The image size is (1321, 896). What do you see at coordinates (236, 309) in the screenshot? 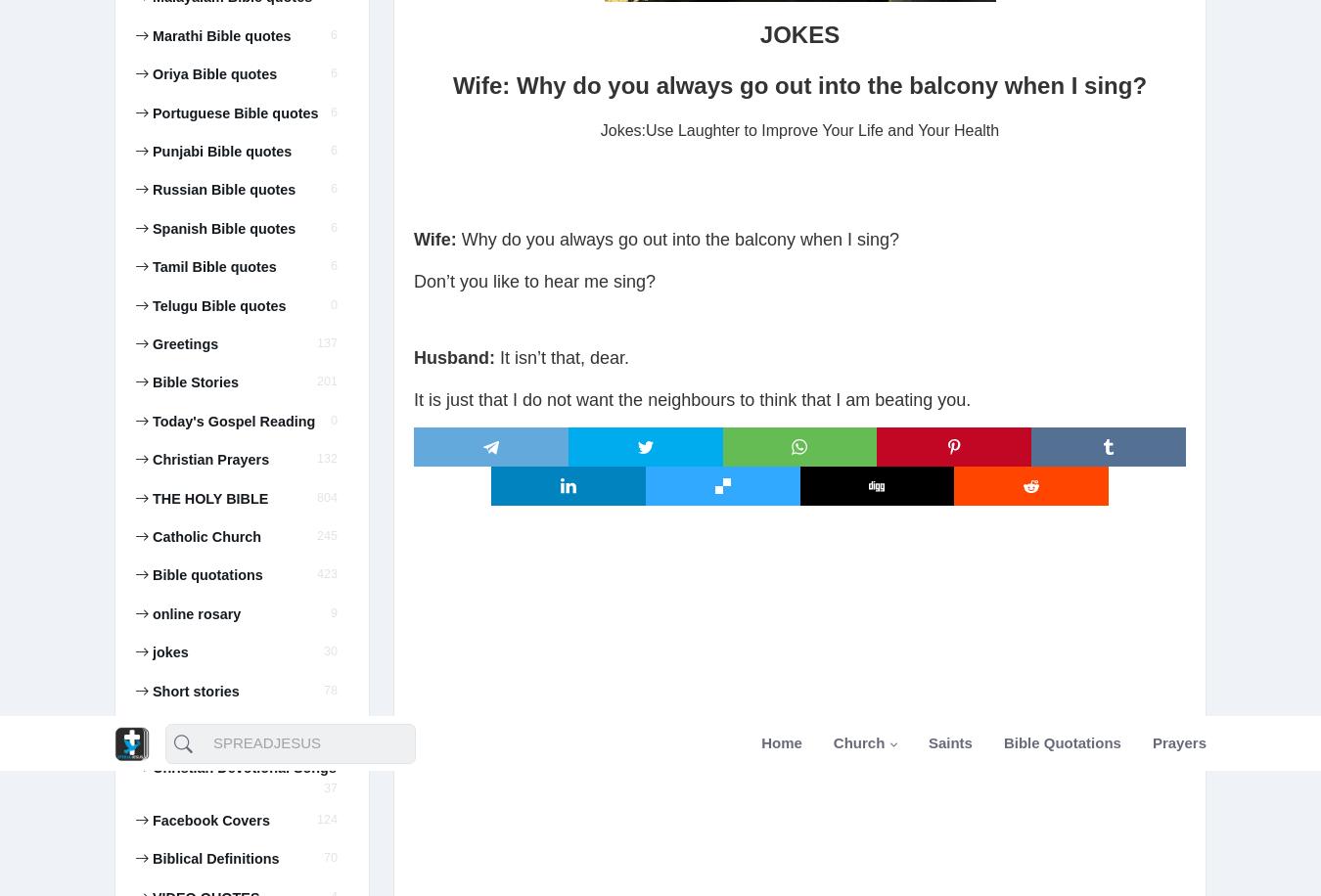
I see `'Hindi Bible Quotes 1 Timothy 2:5'` at bounding box center [236, 309].